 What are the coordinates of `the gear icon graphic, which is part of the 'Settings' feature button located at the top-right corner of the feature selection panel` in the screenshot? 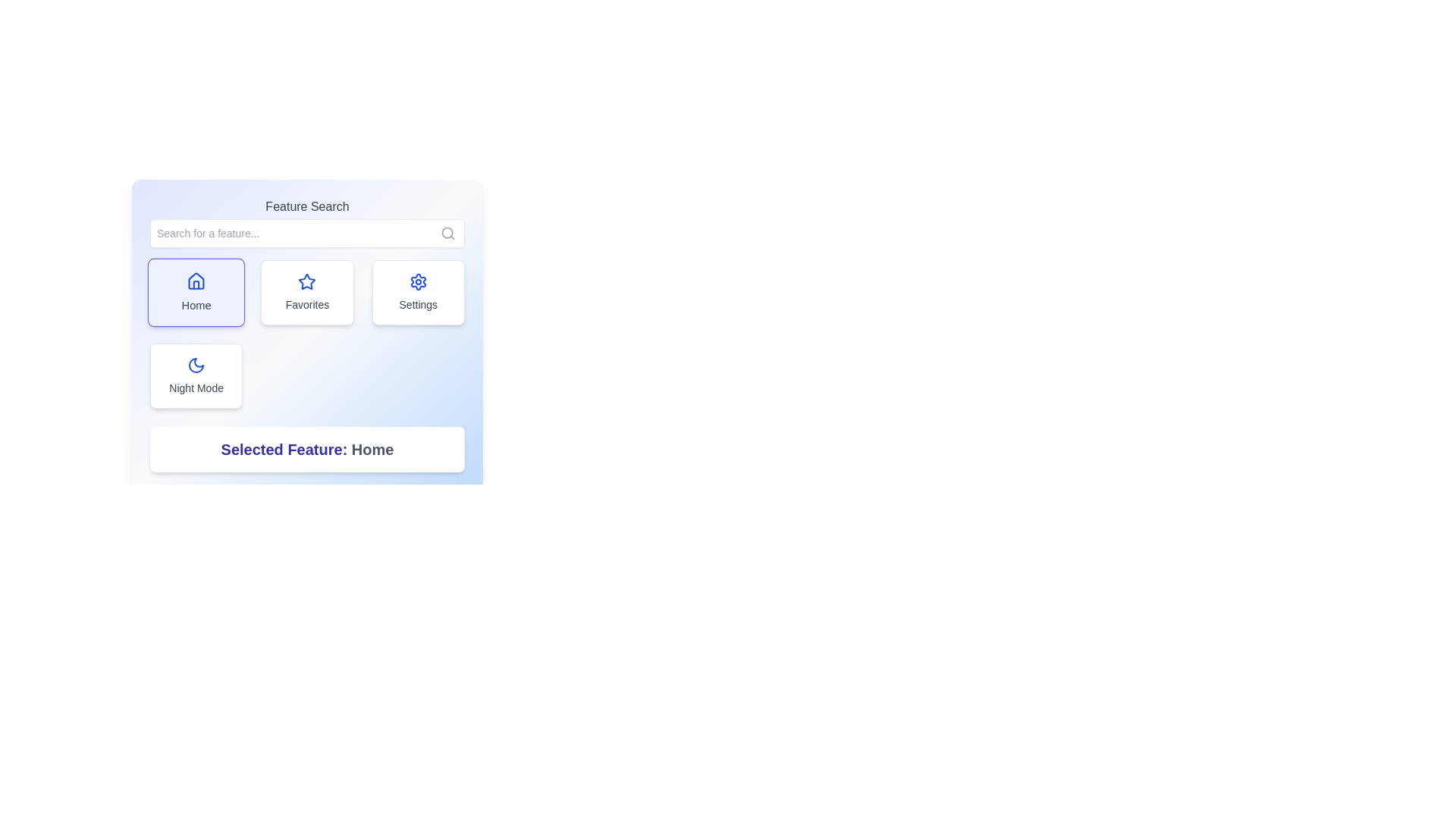 It's located at (418, 281).